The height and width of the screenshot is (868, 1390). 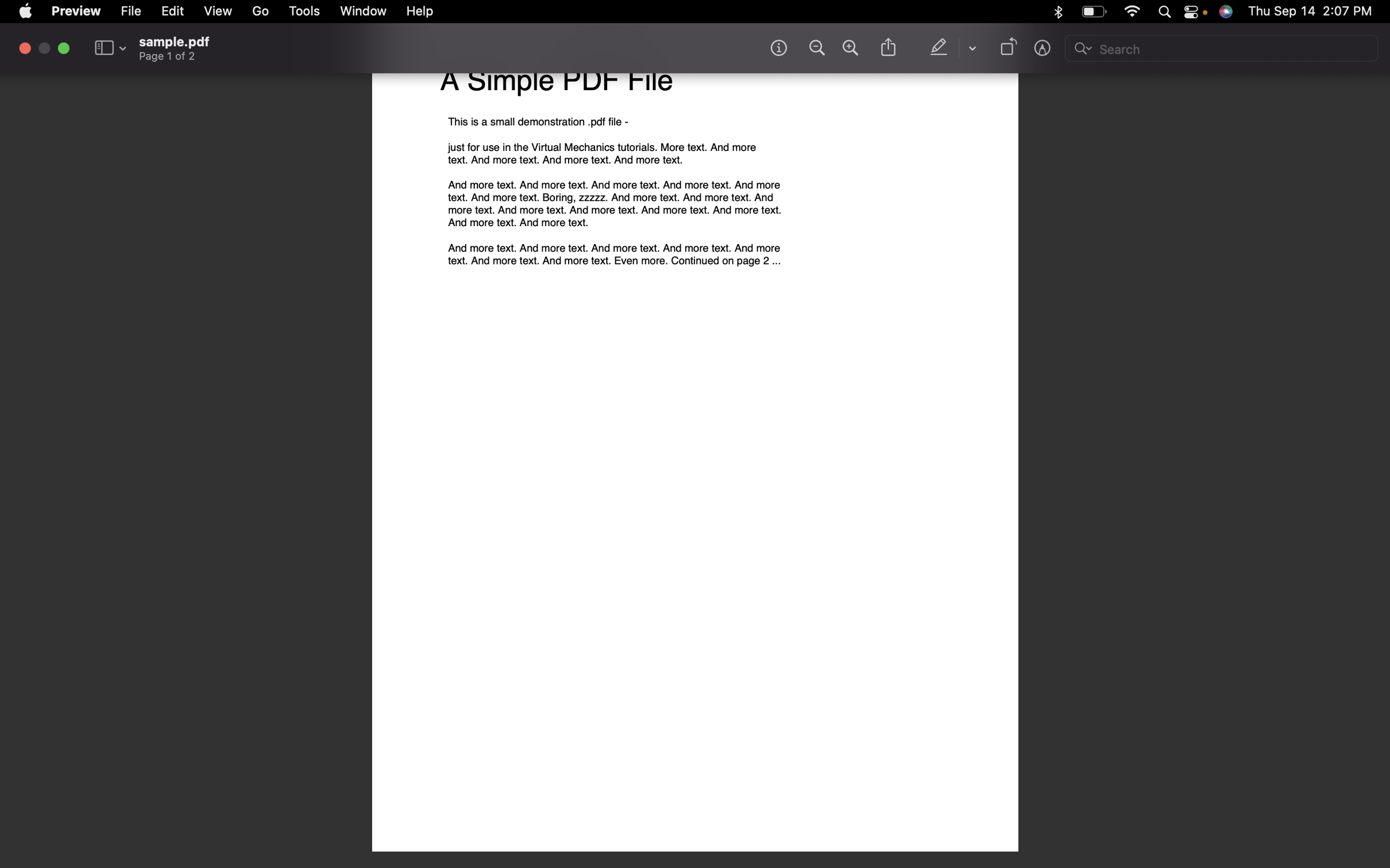 I want to click on the text to emphasize, so click(x=940, y=48).